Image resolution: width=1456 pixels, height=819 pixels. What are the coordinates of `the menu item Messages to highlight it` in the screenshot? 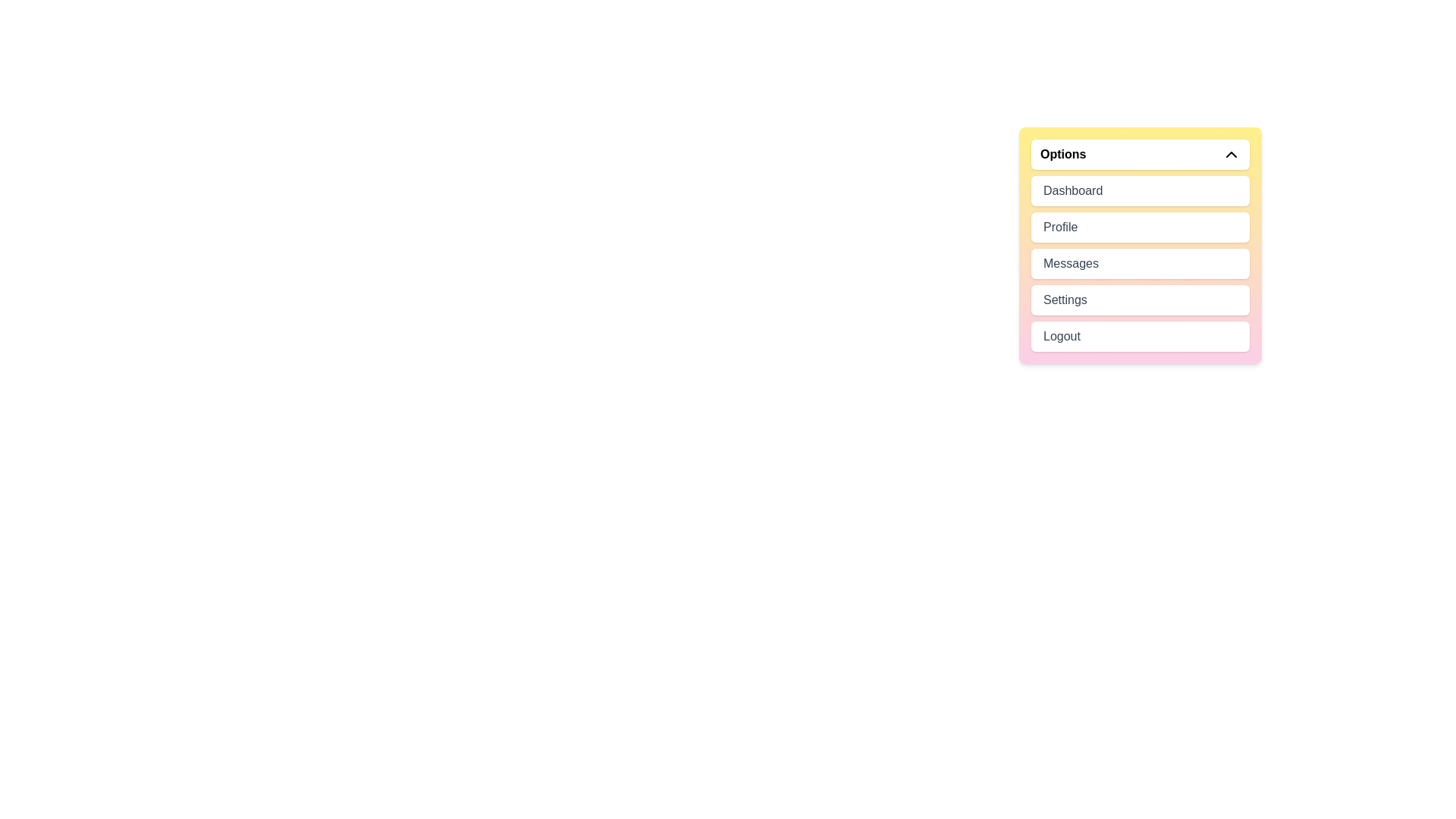 It's located at (1140, 262).